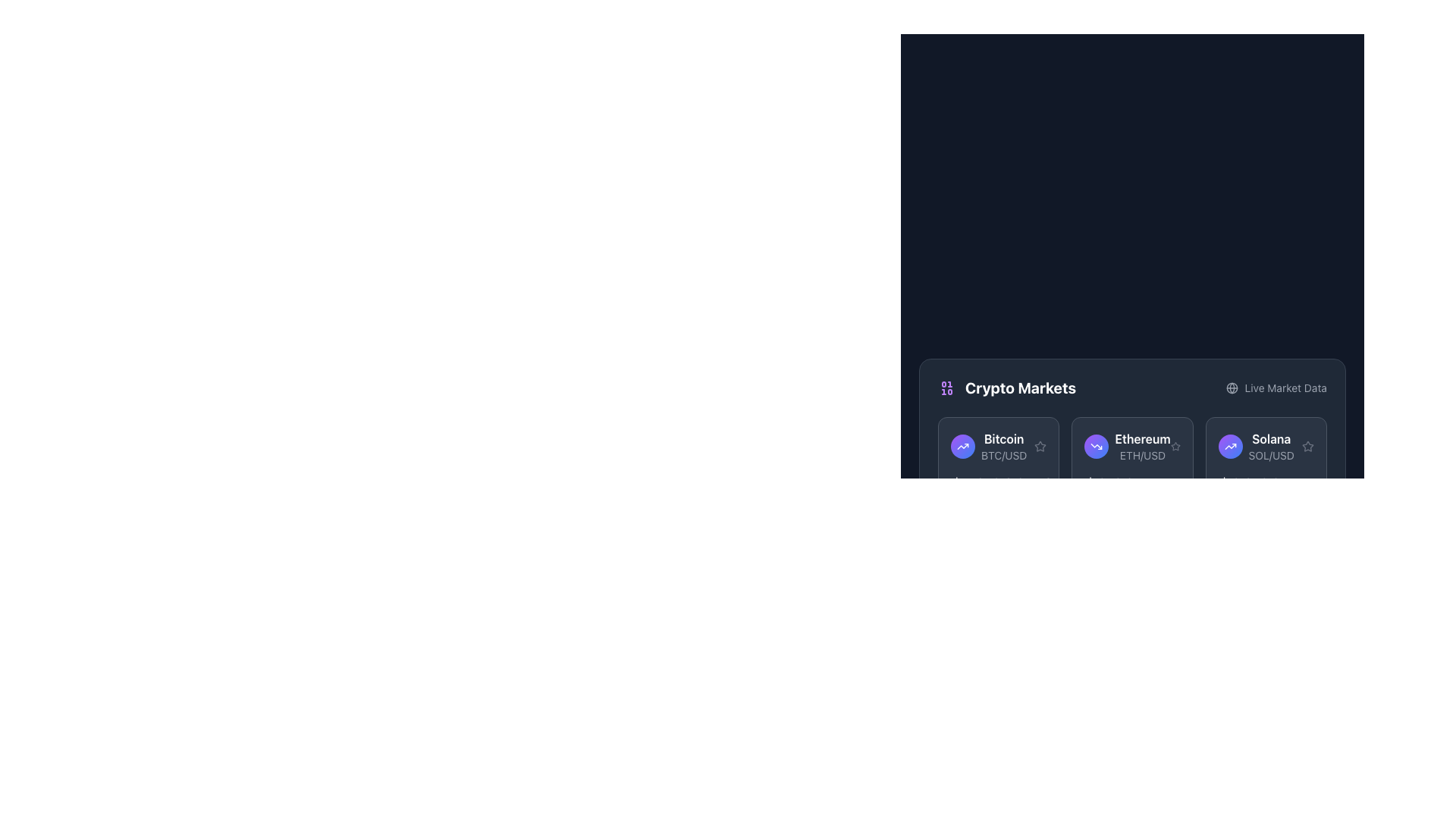 Image resolution: width=1456 pixels, height=819 pixels. What do you see at coordinates (1132, 485) in the screenshot?
I see `the informational display showing the real-time price of Ethereum in USD and its recent percentage change, located in the bottom-right portion of the Ethereum card` at bounding box center [1132, 485].